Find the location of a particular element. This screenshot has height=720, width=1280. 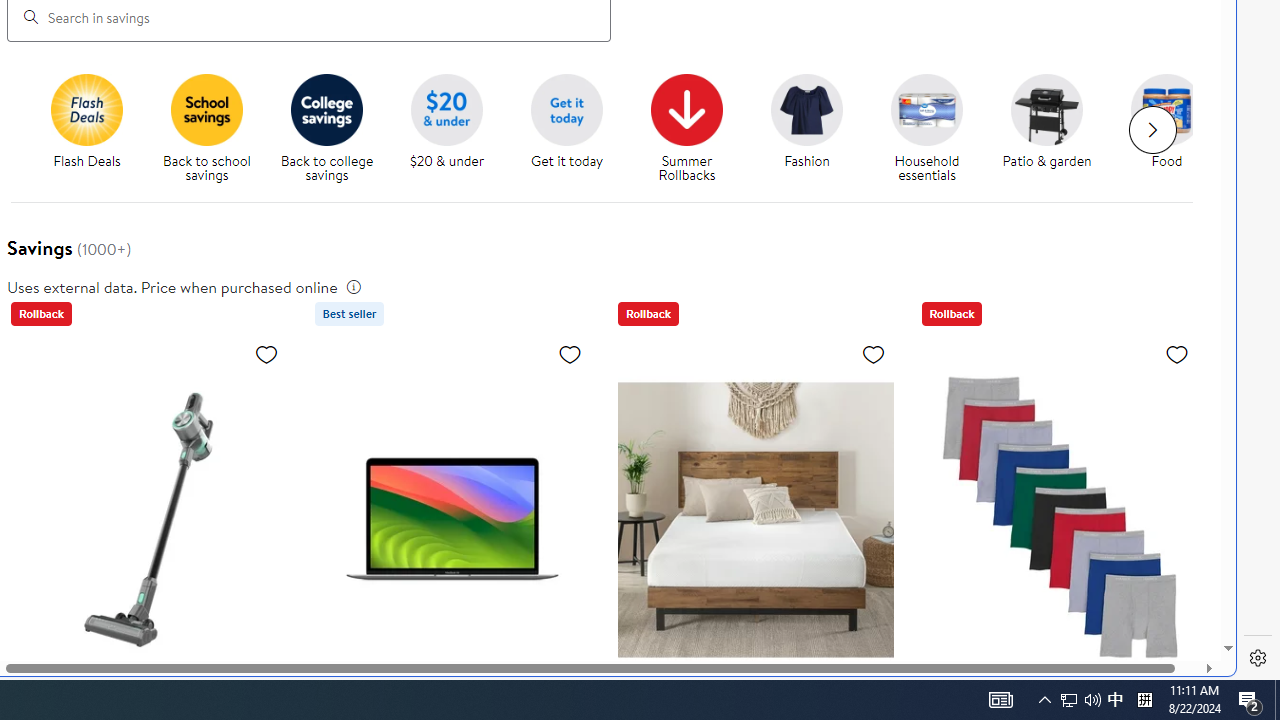

'Next slide for chipModuleWithImages list' is located at coordinates (1153, 129).